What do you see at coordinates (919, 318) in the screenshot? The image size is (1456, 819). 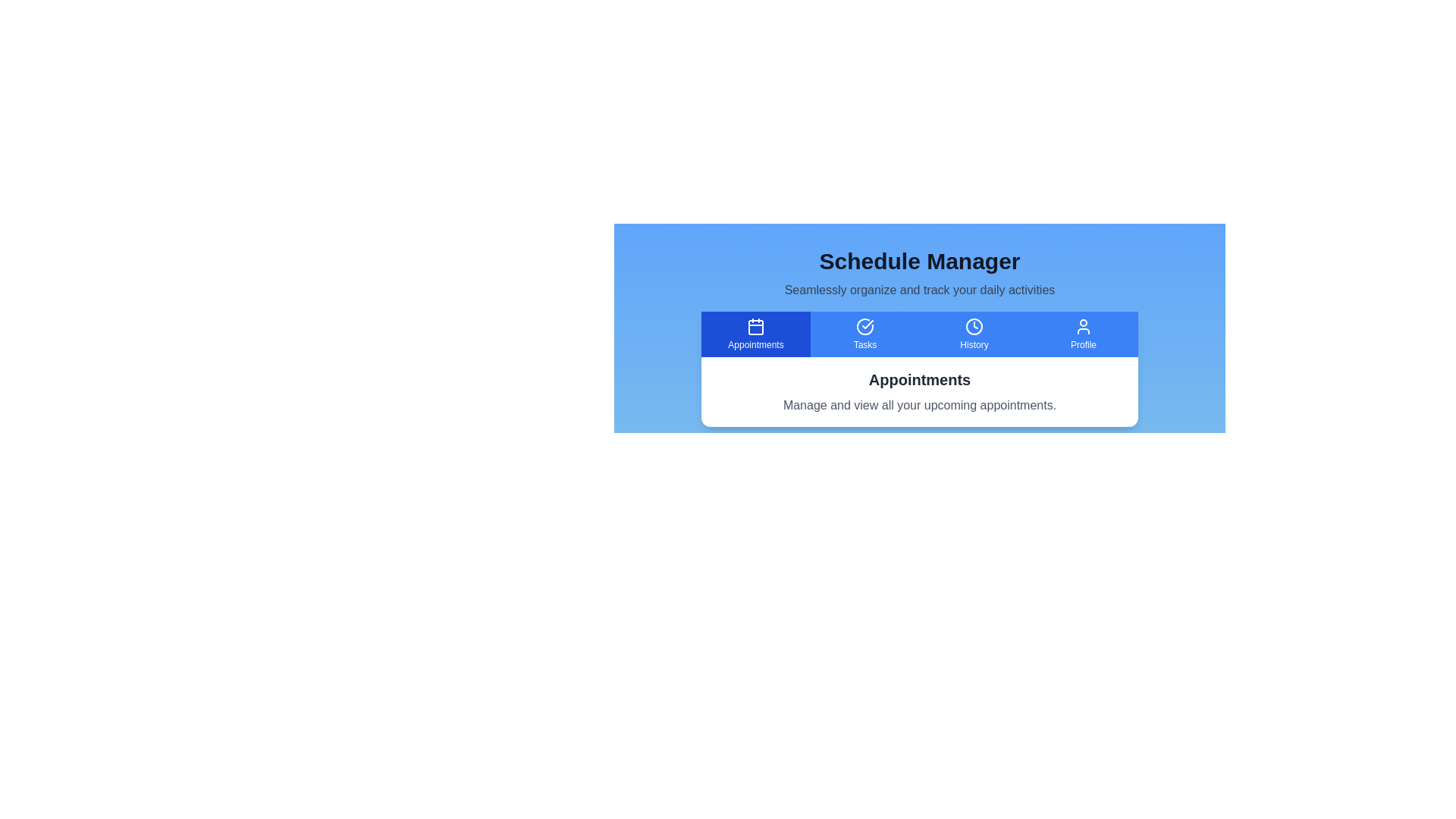 I see `the Tab menu bar located below the 'Schedule Manager' title to switch the view` at bounding box center [919, 318].